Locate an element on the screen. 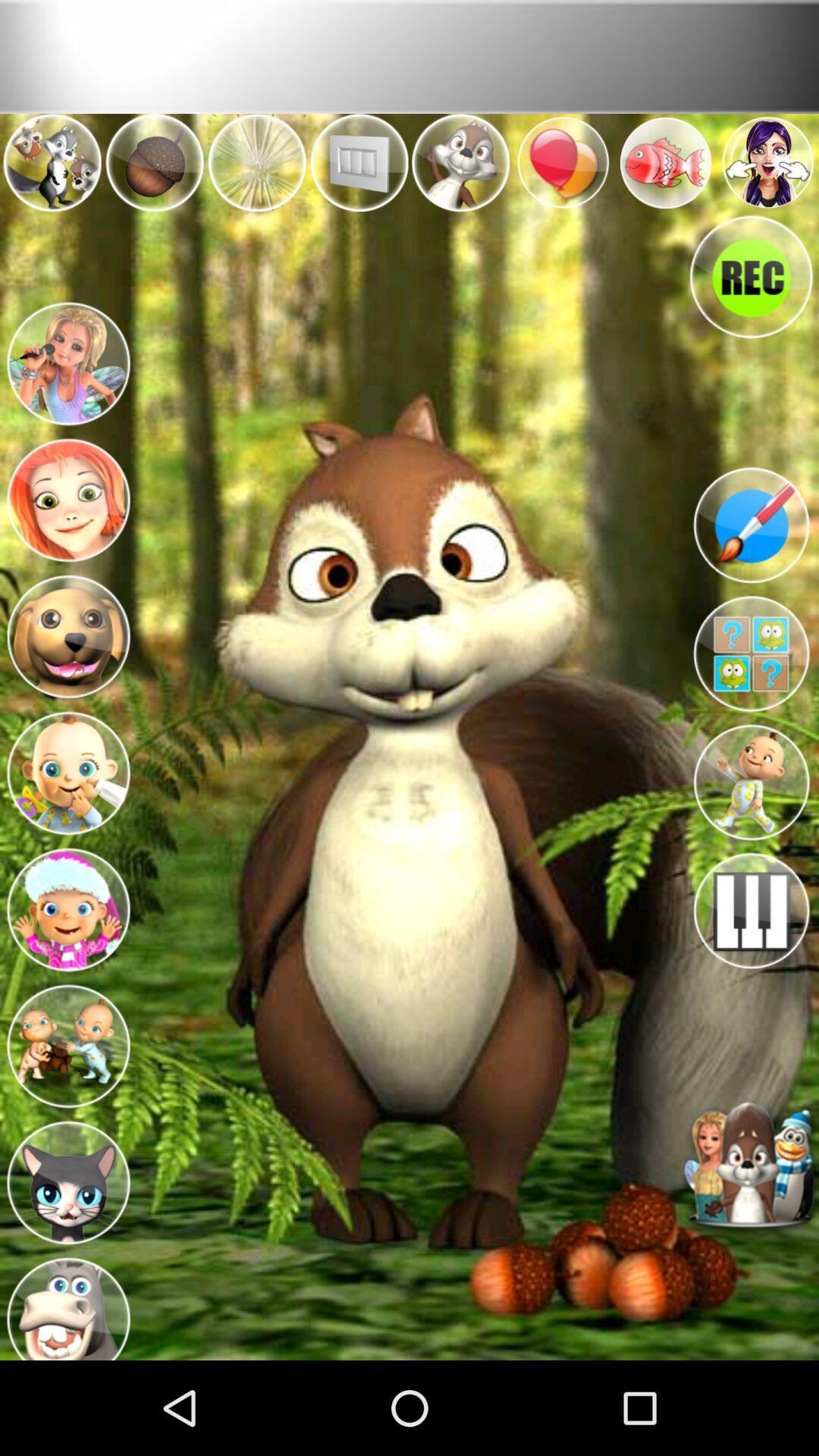 The height and width of the screenshot is (1456, 819). hippo is located at coordinates (67, 1302).